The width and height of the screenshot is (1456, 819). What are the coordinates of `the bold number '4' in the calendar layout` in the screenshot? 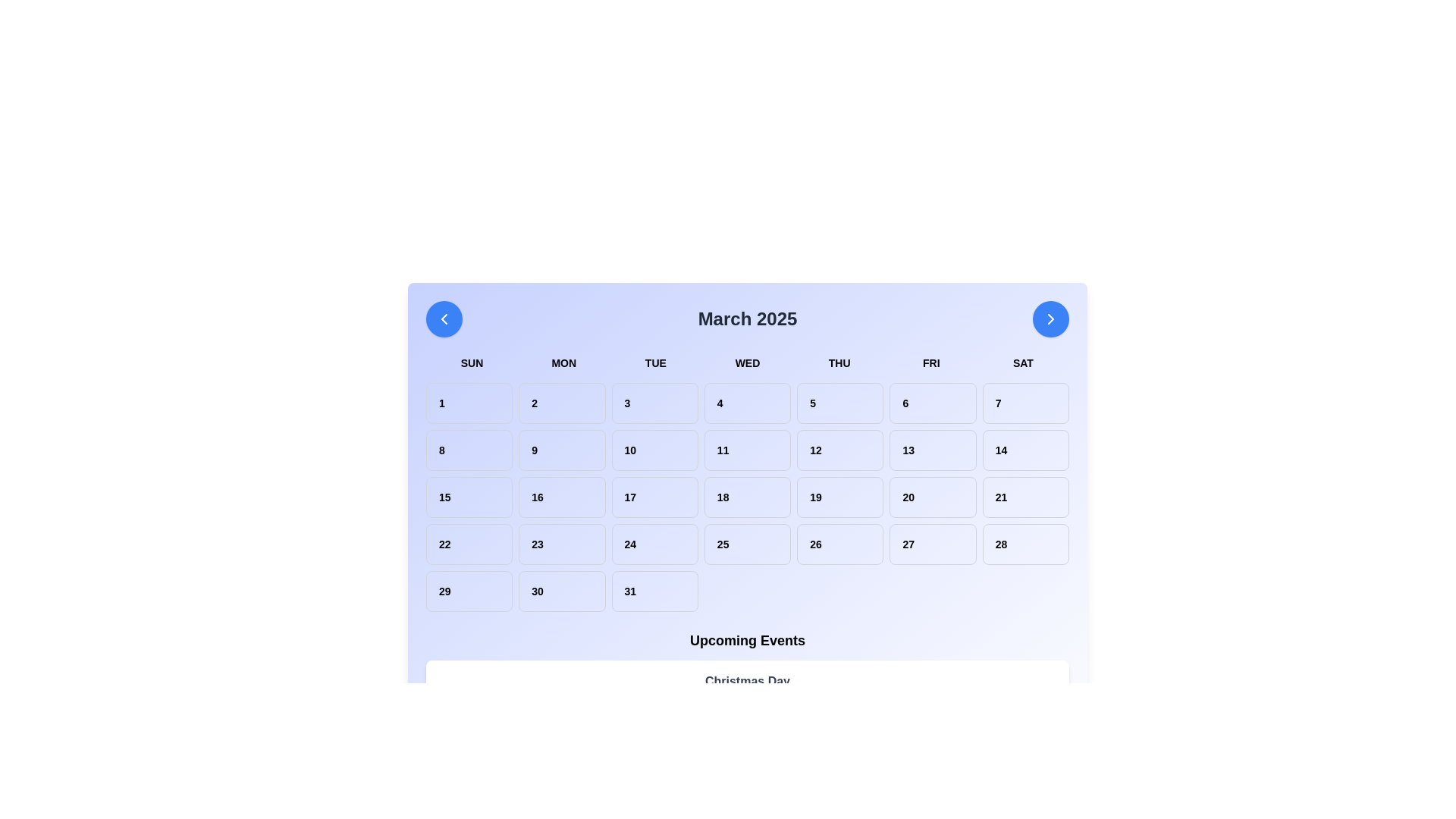 It's located at (747, 403).